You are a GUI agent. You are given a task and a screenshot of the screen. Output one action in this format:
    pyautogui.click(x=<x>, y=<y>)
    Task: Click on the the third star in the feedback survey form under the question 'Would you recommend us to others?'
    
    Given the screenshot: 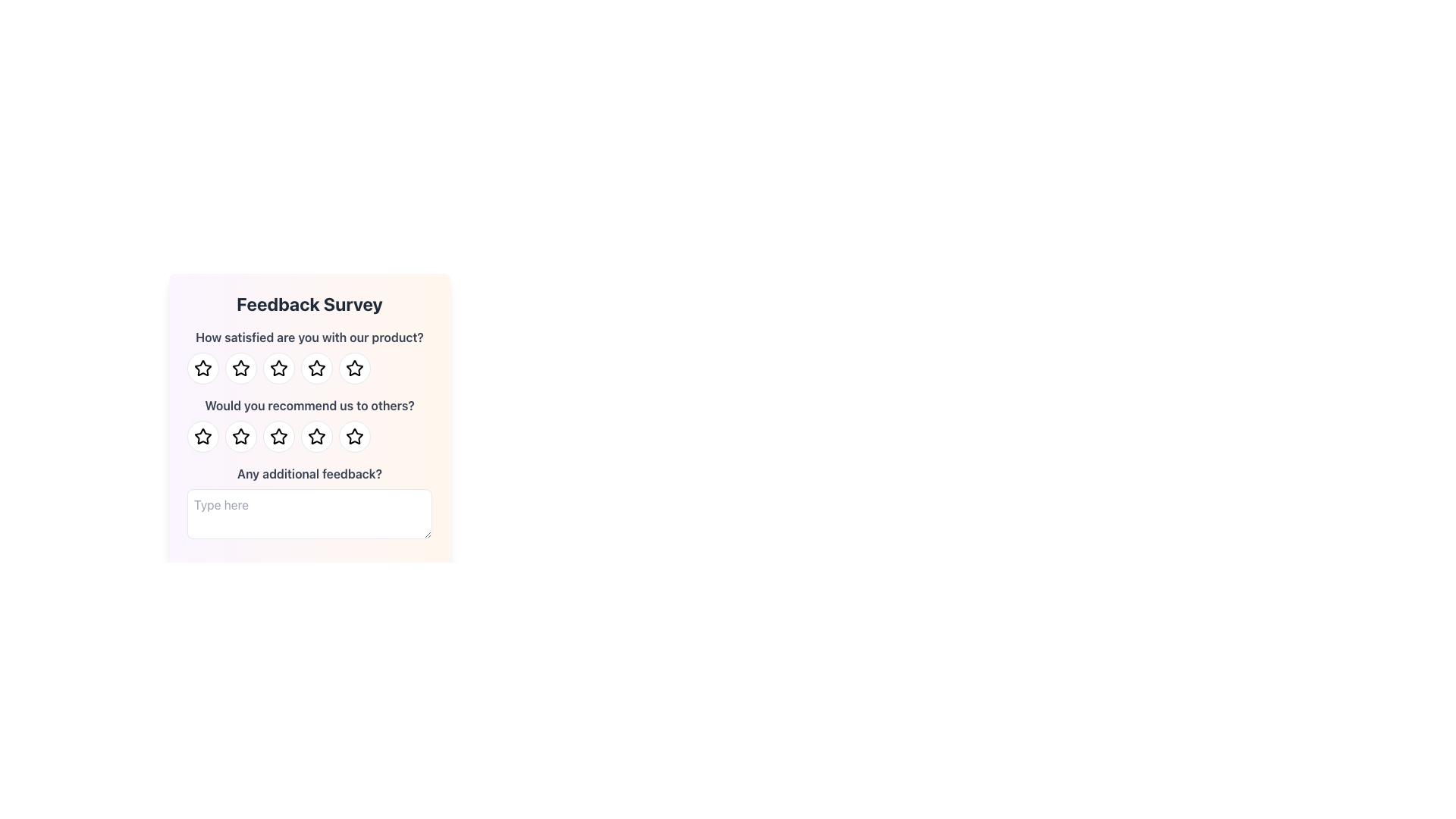 What is the action you would take?
    pyautogui.click(x=315, y=436)
    